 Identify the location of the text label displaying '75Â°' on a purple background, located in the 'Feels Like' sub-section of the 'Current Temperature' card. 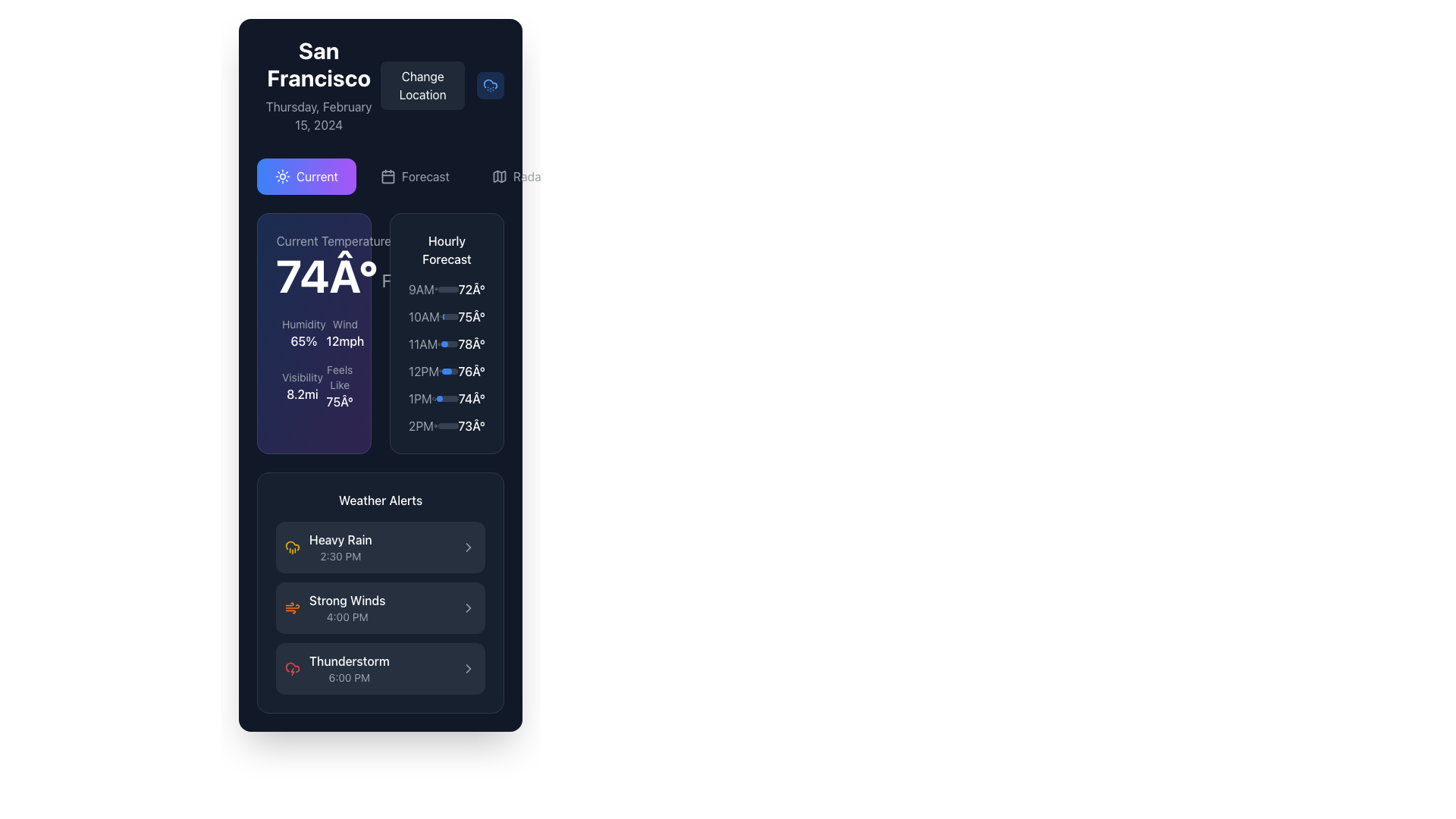
(339, 400).